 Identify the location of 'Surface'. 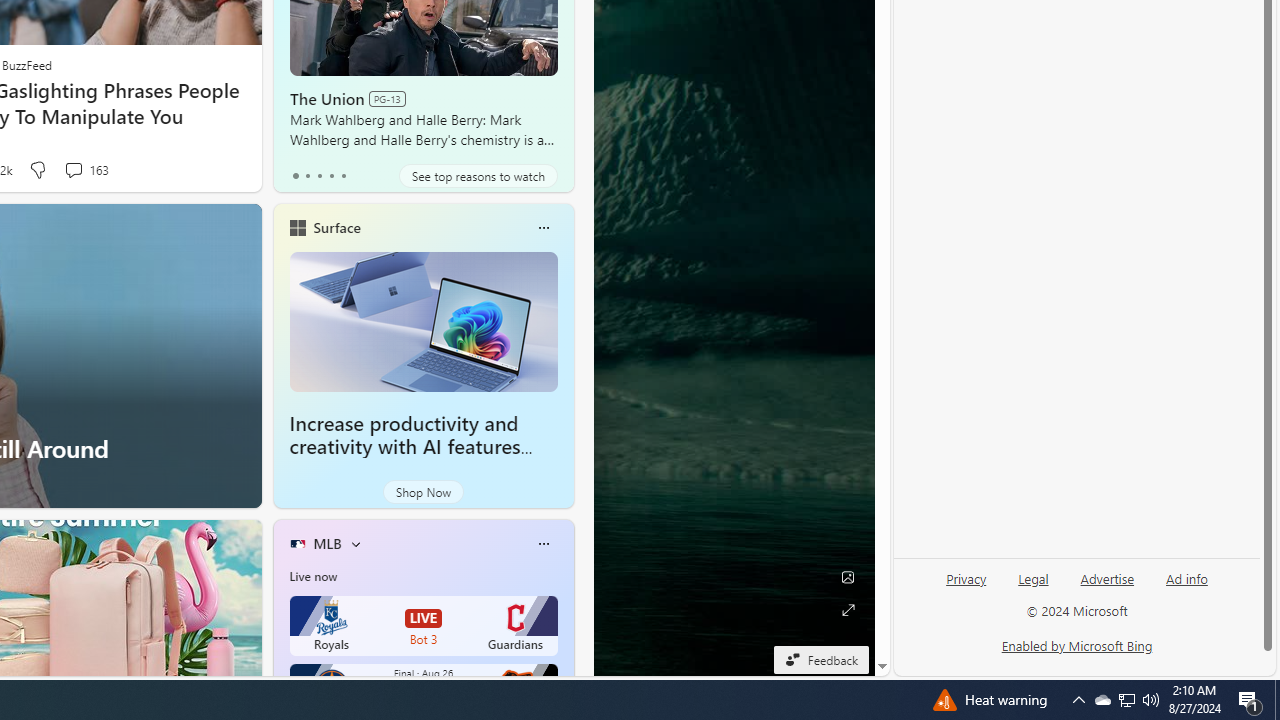
(337, 226).